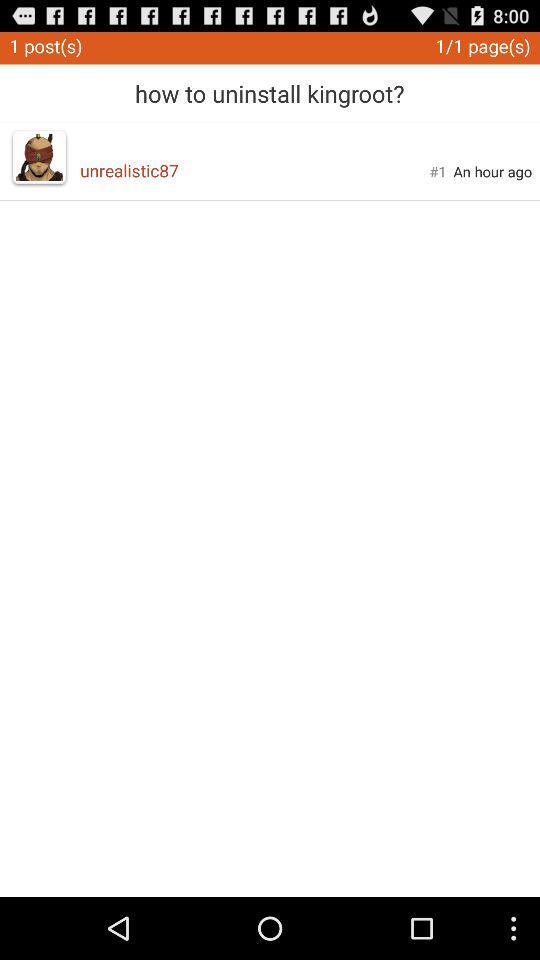  Describe the element at coordinates (254, 169) in the screenshot. I see `app to the left of #1 app` at that location.